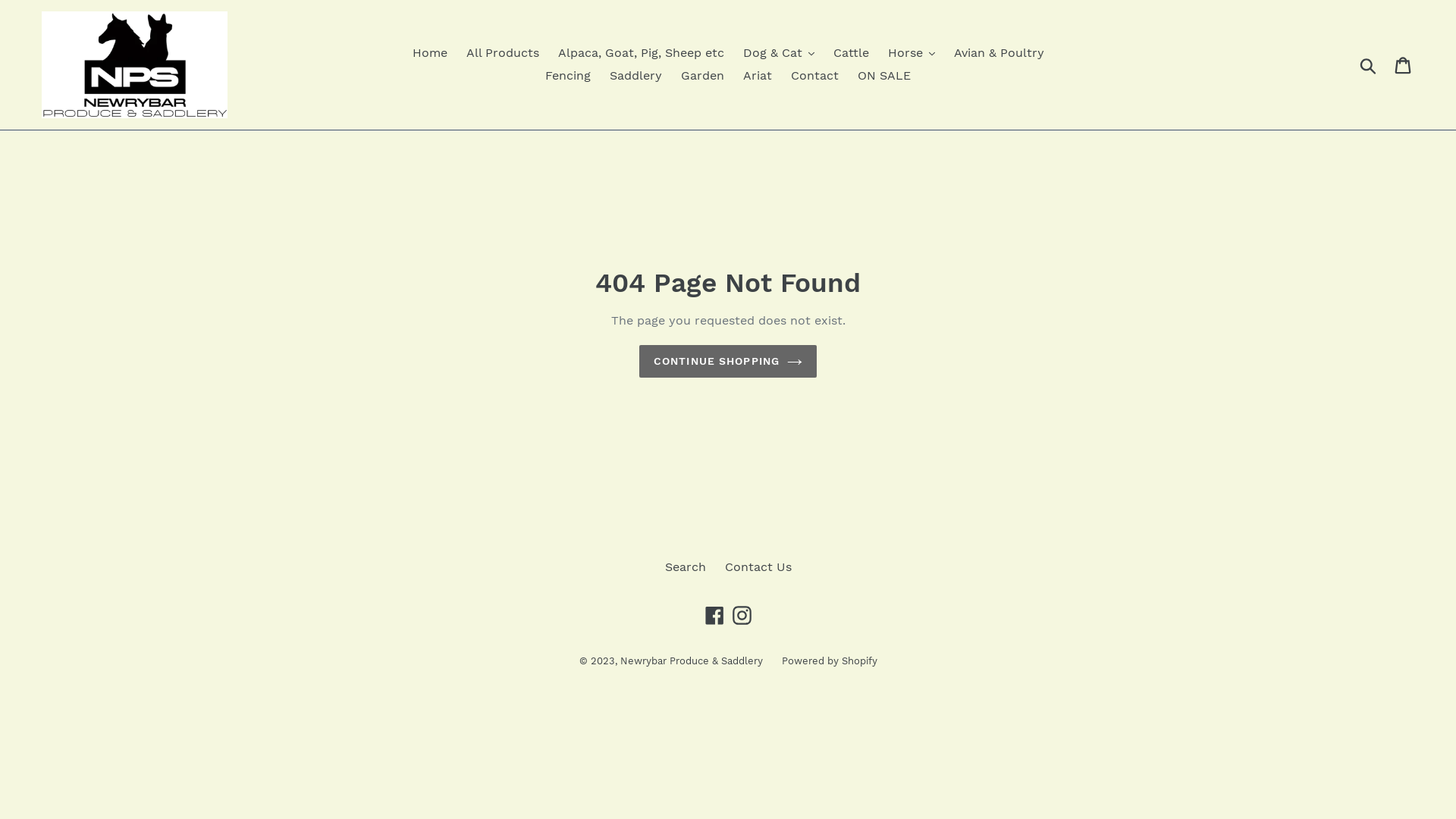 The height and width of the screenshot is (819, 1456). What do you see at coordinates (828, 660) in the screenshot?
I see `'Powered by Shopify'` at bounding box center [828, 660].